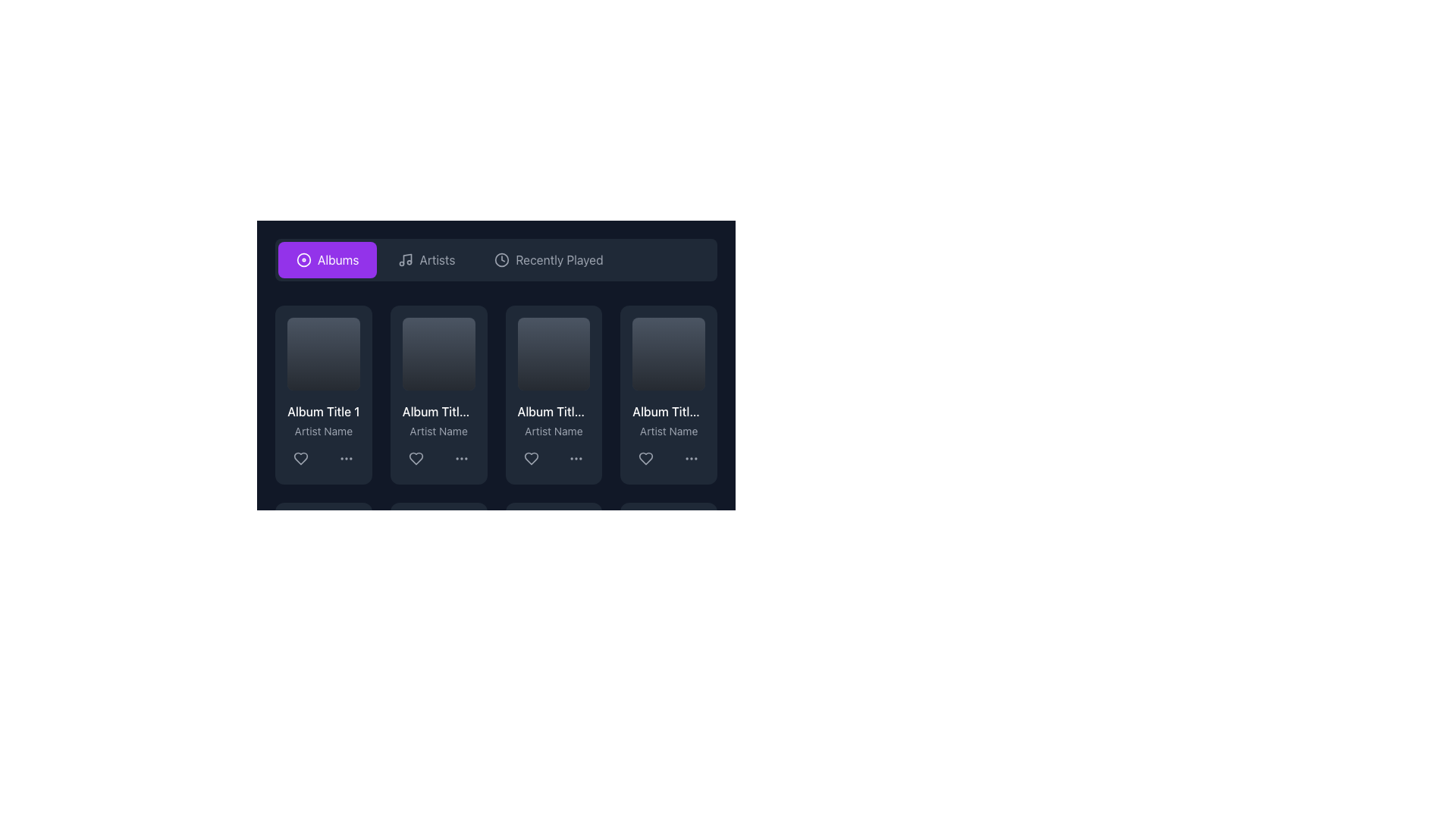 The height and width of the screenshot is (819, 1456). Describe the element at coordinates (502, 259) in the screenshot. I see `the SVG circle representing the clock icon within the 'Recently Played' button in the navigation bar` at that location.